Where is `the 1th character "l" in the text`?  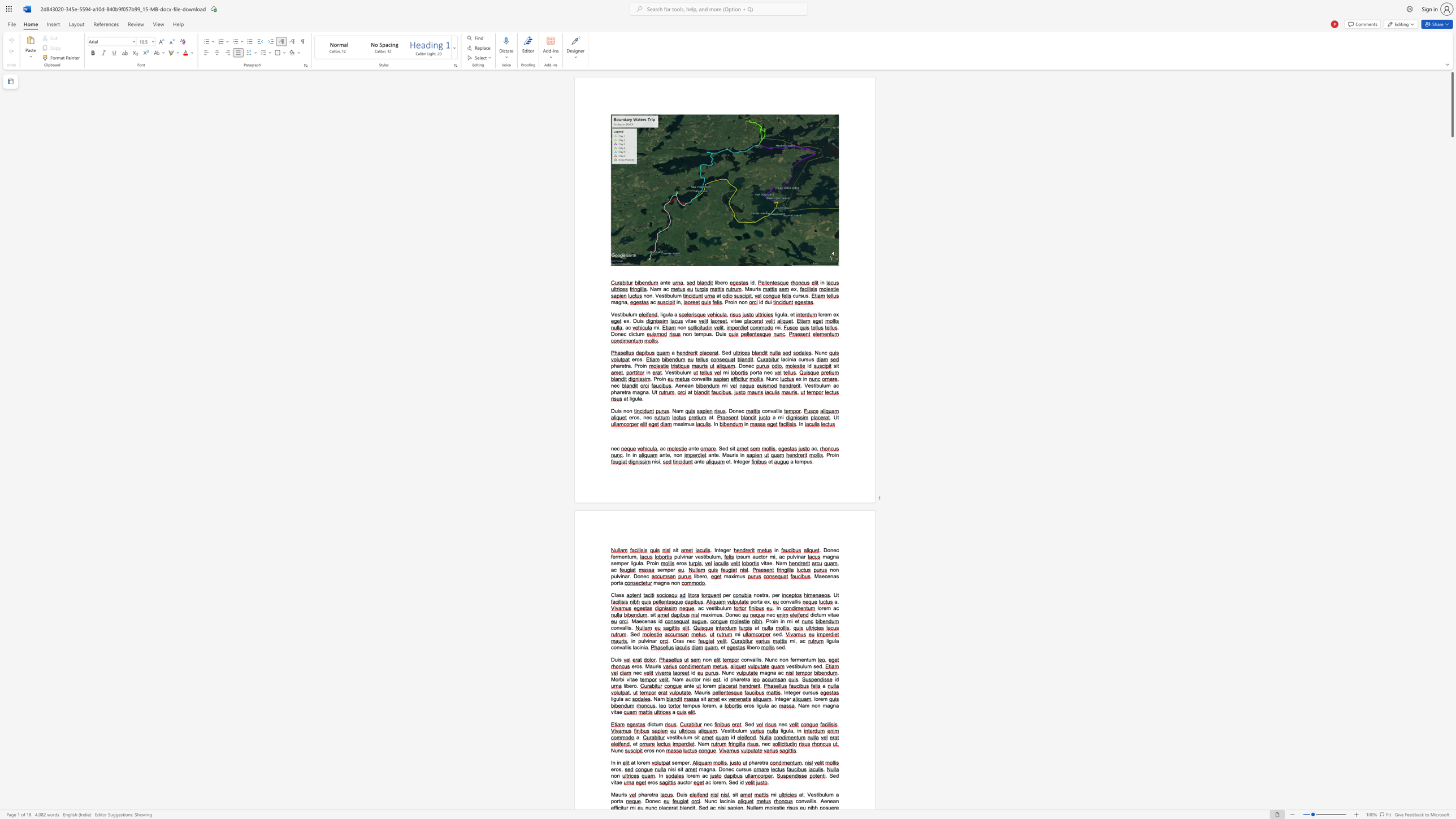
the 1th character "l" in the text is located at coordinates (781, 731).